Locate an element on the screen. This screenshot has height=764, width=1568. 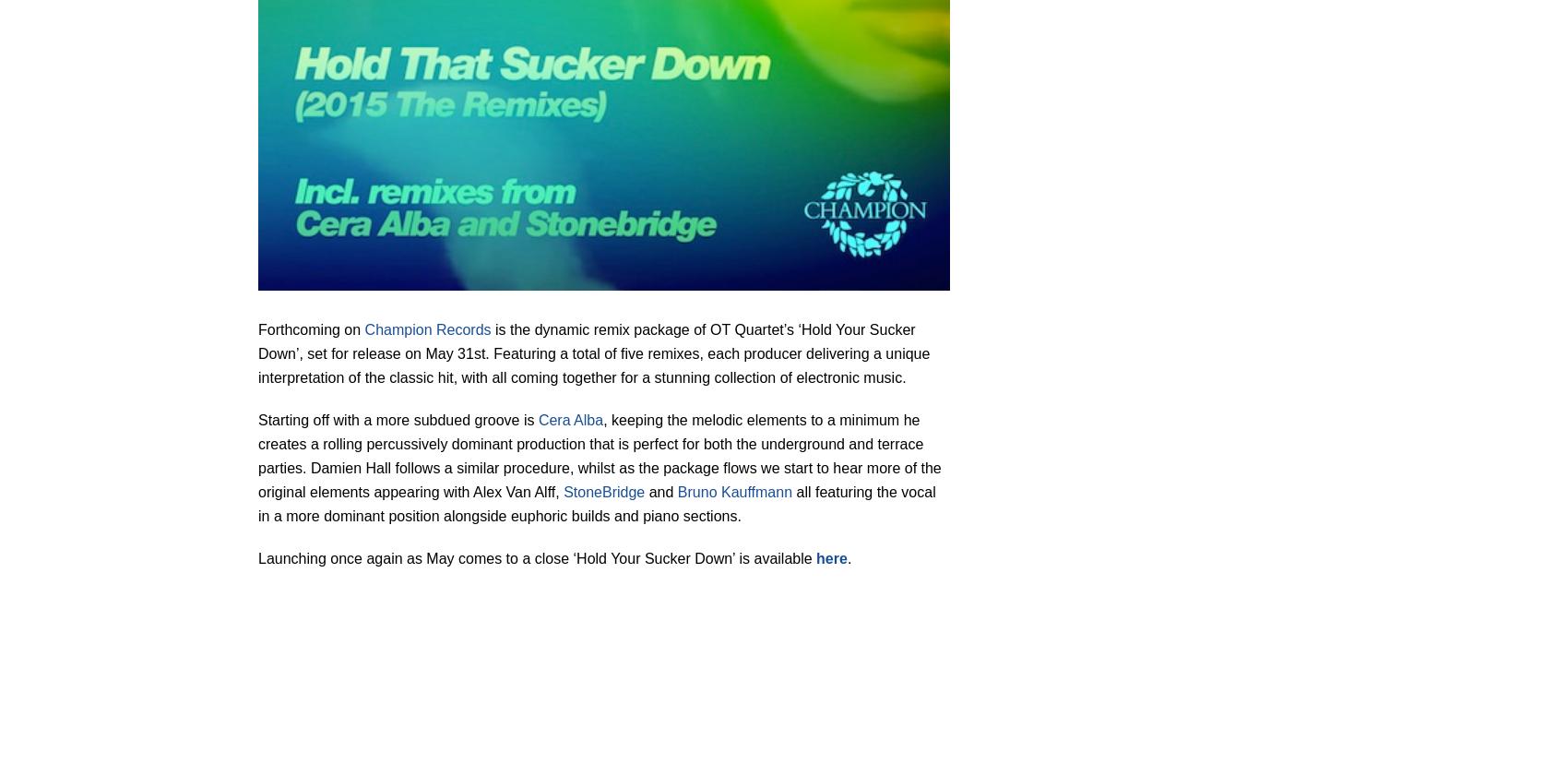
'Cera Alba' is located at coordinates (569, 418).